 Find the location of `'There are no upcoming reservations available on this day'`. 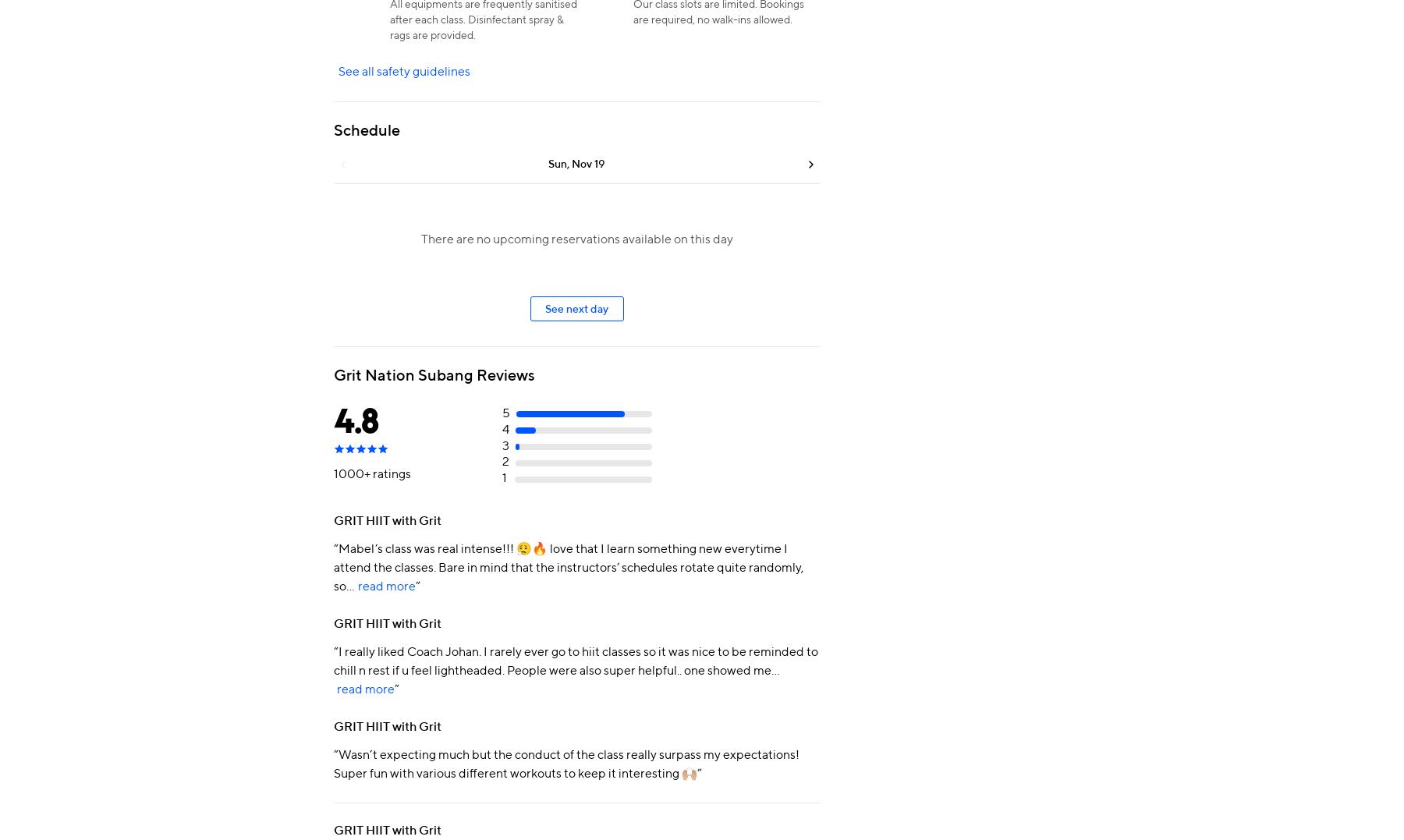

'There are no upcoming reservations available on this day' is located at coordinates (576, 239).